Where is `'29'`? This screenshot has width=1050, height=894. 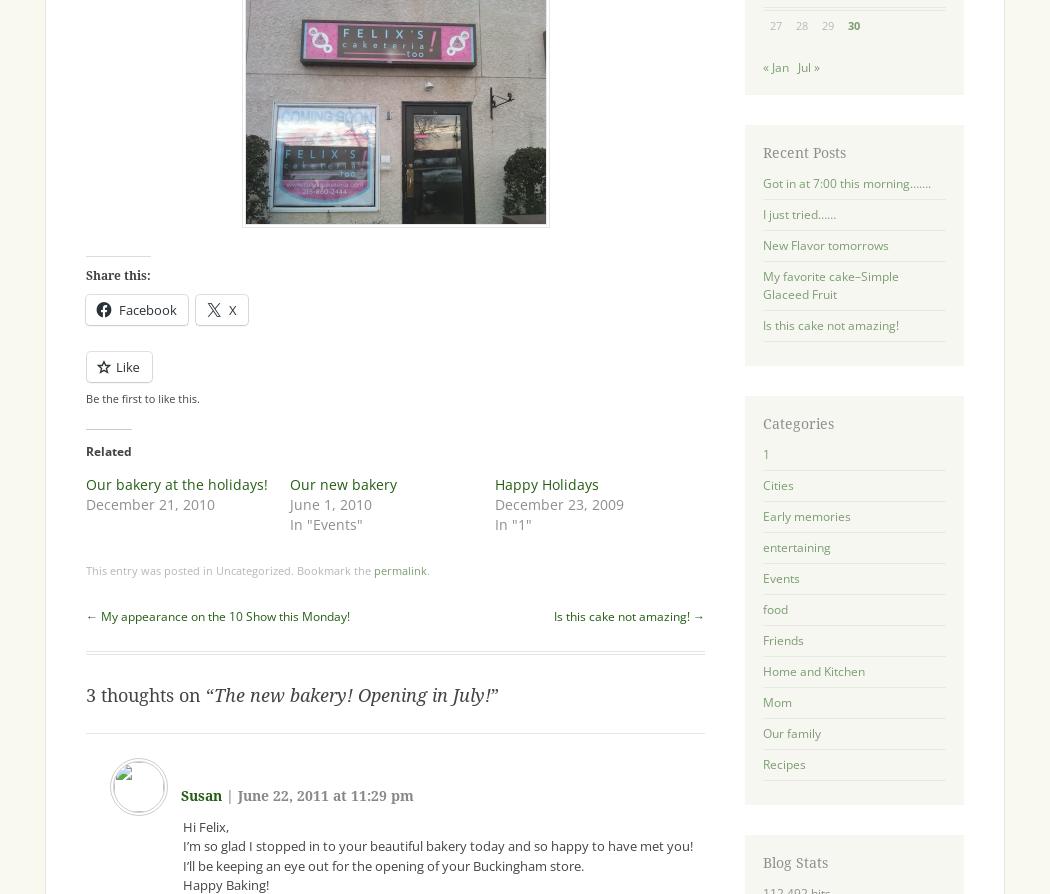
'29' is located at coordinates (828, 25).